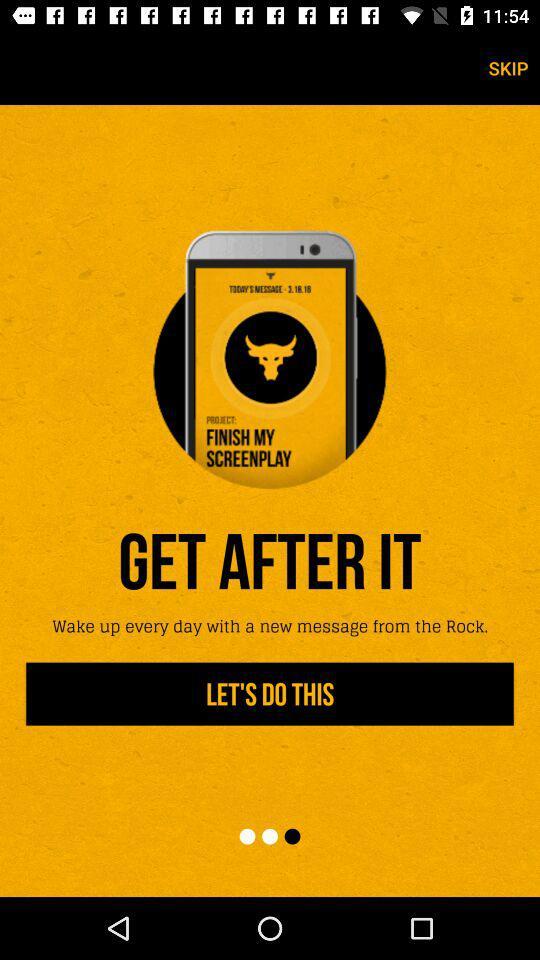 The image size is (540, 960). I want to click on the skip icon, so click(508, 68).